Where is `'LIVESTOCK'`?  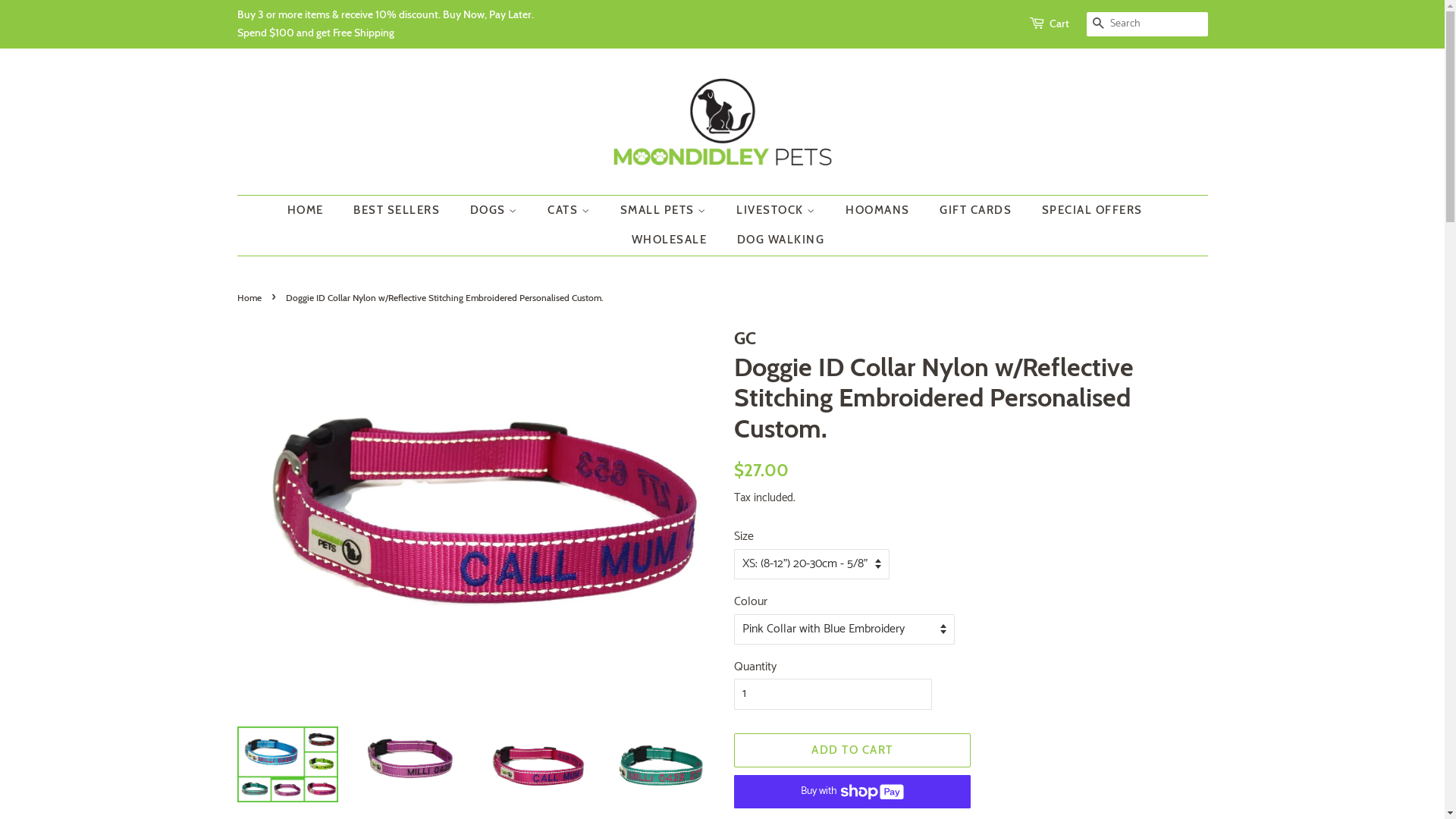
'LIVESTOCK' is located at coordinates (778, 210).